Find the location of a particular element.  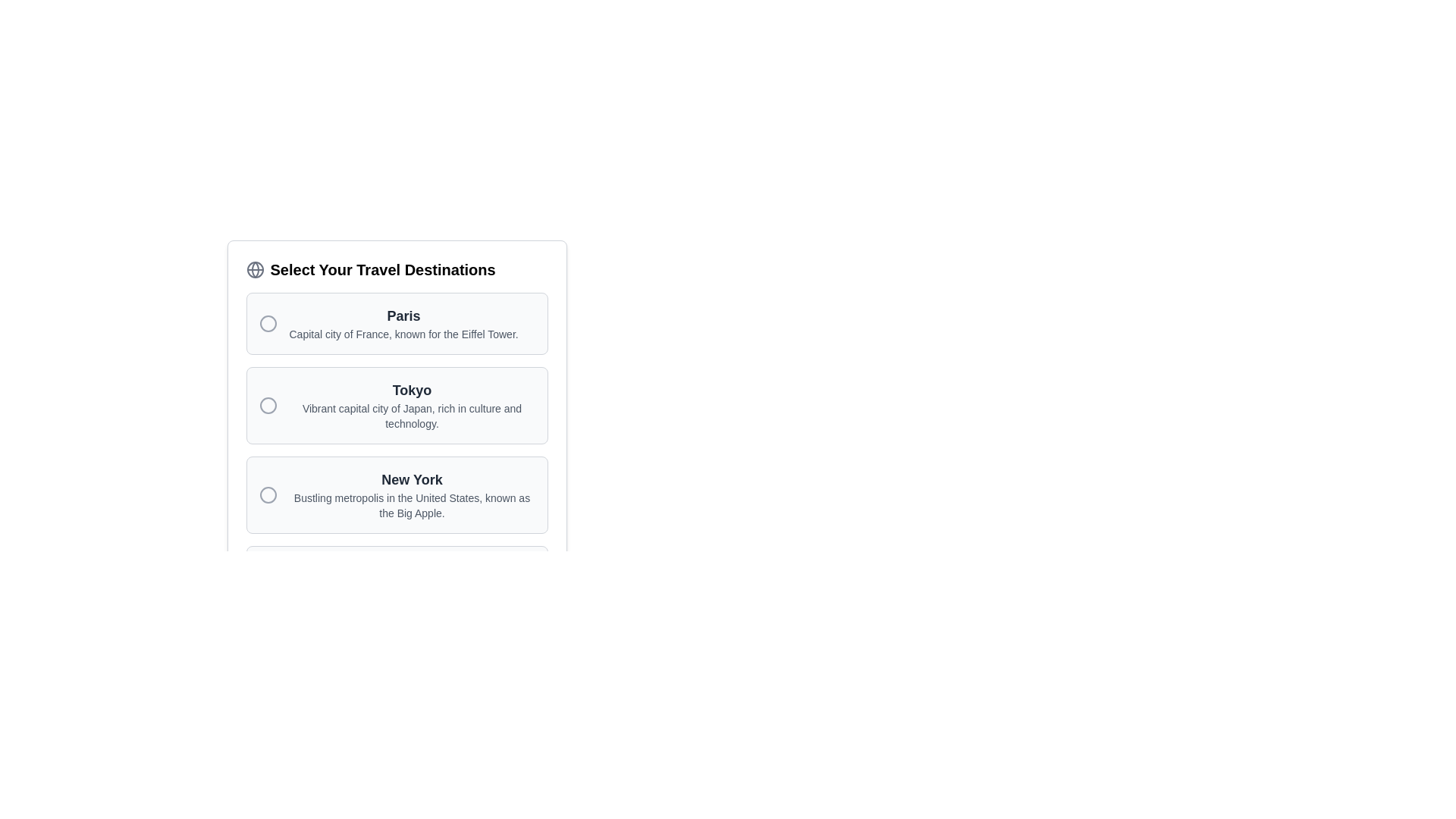

the text displayed in the bold text label that reads 'Paris', which is prominently positioned near the top of the first list item in the travel destinations list is located at coordinates (403, 315).